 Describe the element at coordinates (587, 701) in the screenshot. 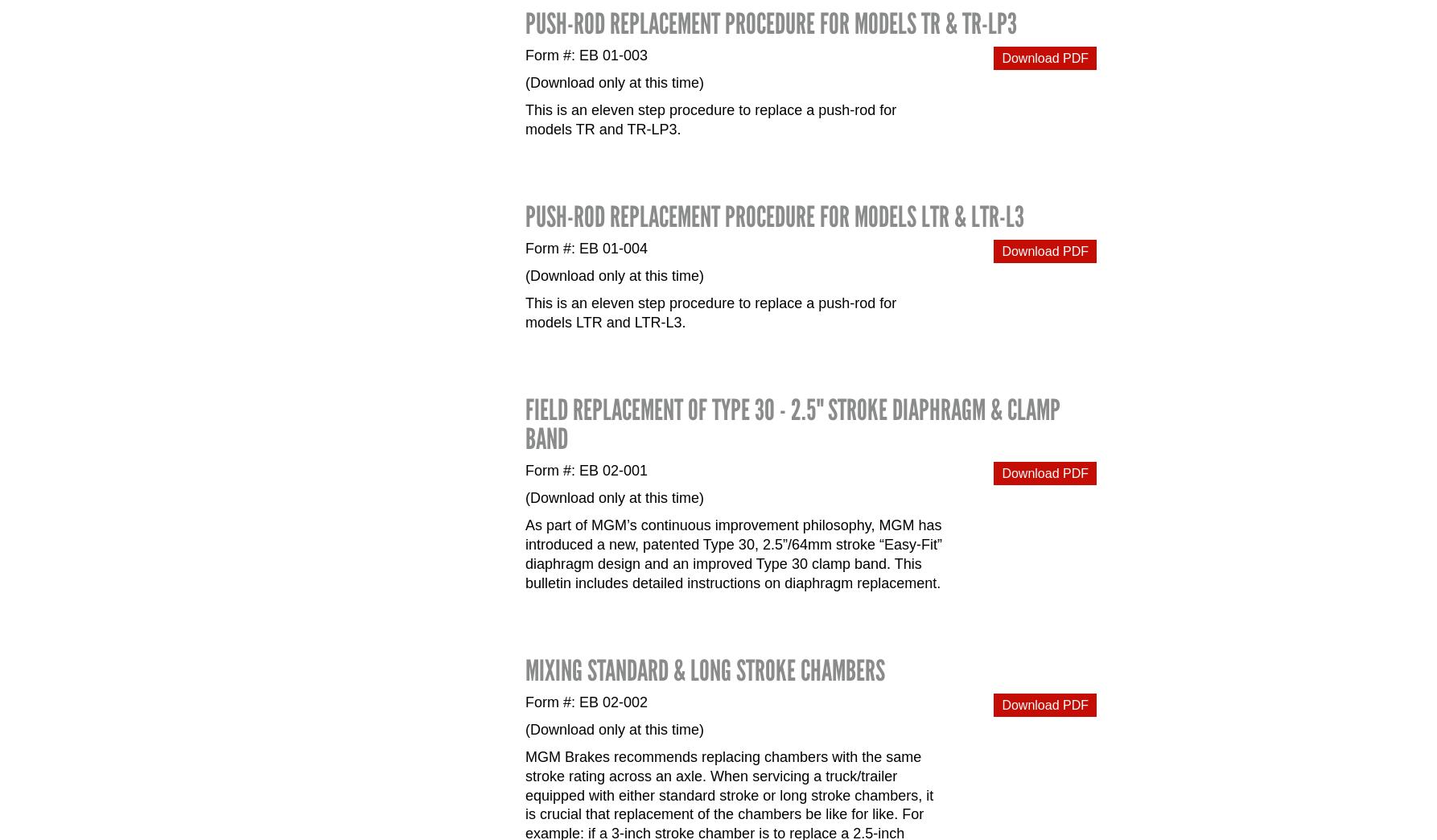

I see `'Form #: EB 02-002'` at that location.